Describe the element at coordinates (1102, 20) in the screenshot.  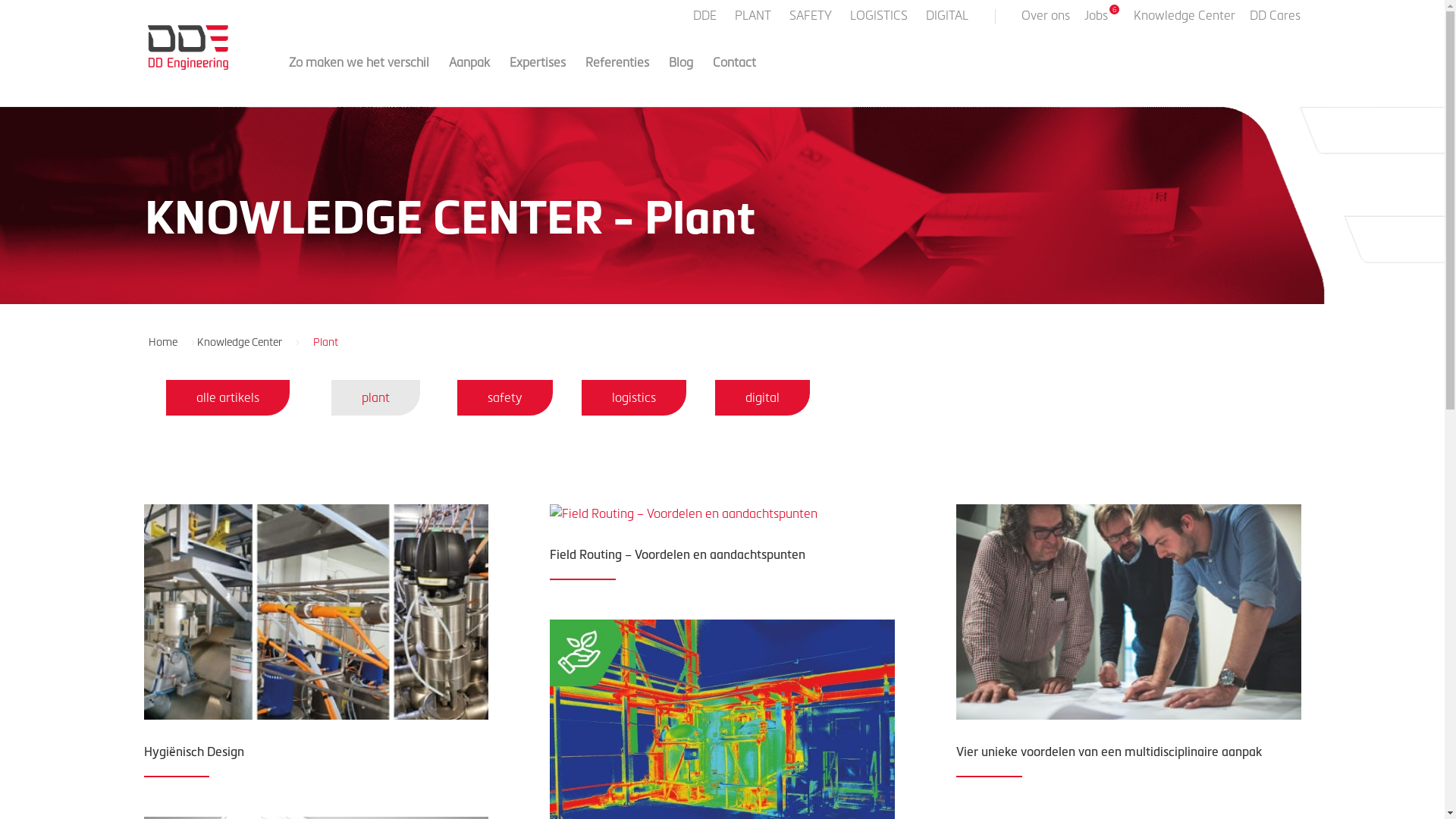
I see `'Jobs'` at that location.